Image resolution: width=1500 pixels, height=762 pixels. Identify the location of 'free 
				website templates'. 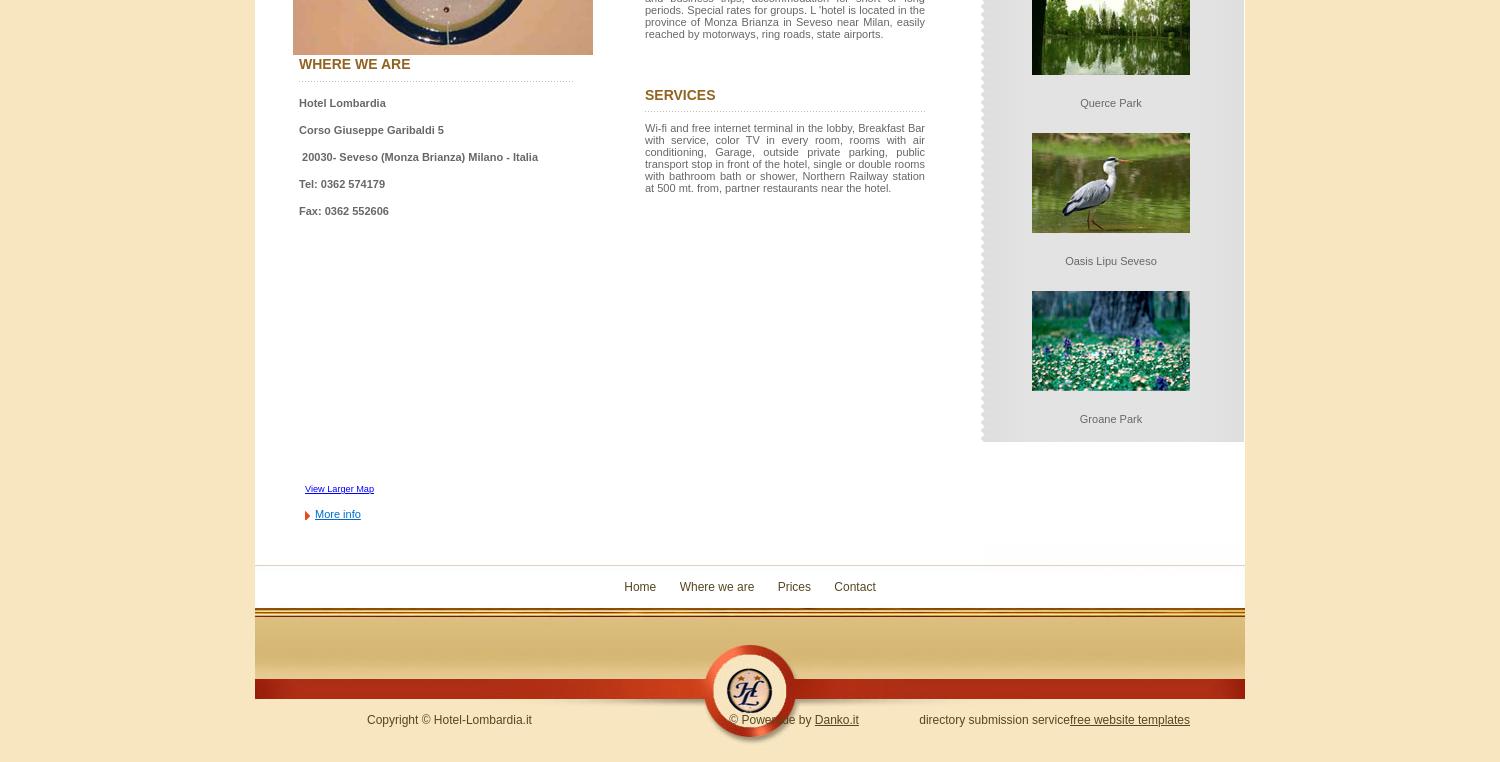
(1129, 720).